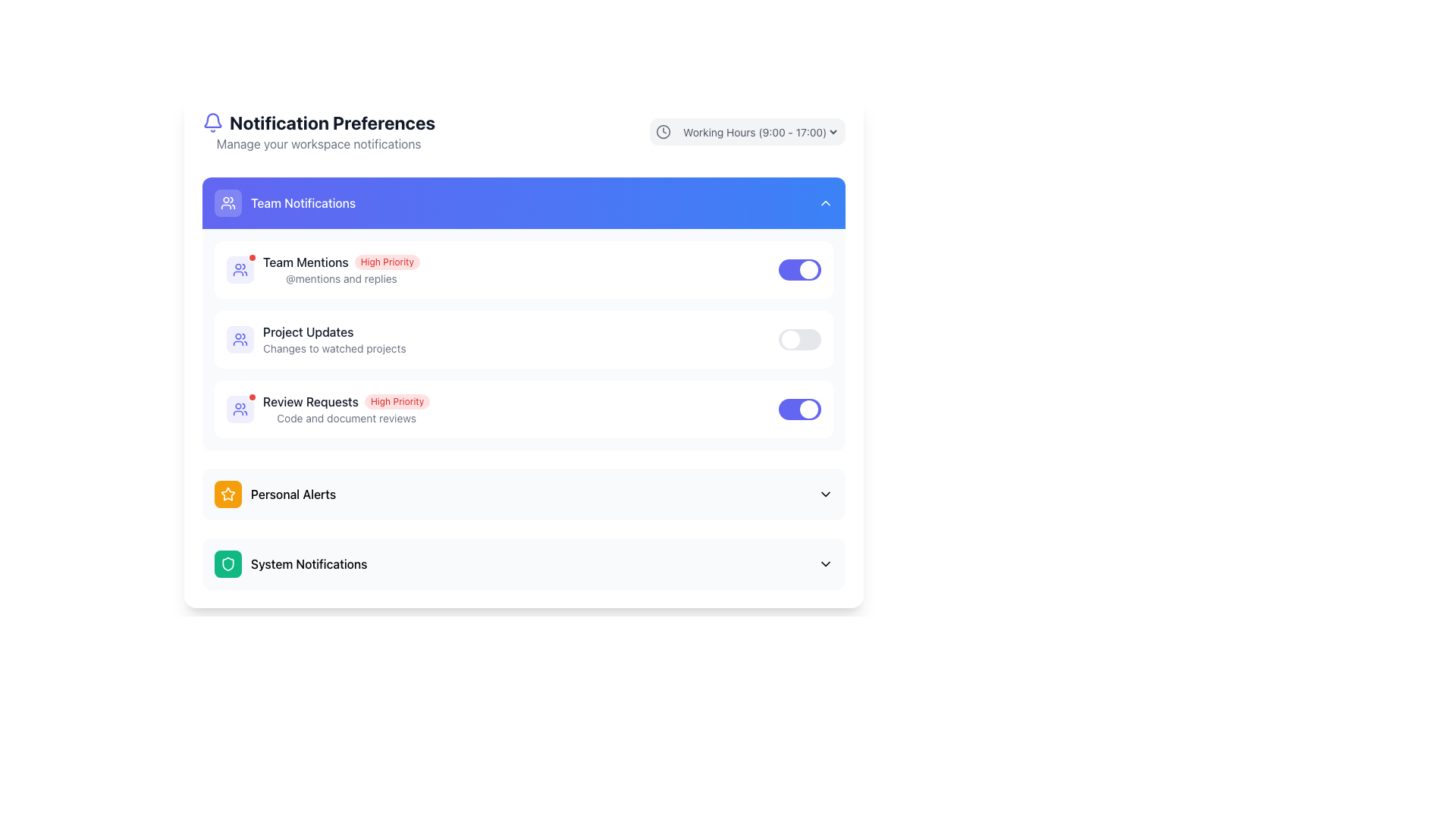 The width and height of the screenshot is (1456, 819). What do you see at coordinates (760, 130) in the screenshot?
I see `the dropdown menu for selecting working hours, located near the top-right corner of the interface, above the main content section` at bounding box center [760, 130].